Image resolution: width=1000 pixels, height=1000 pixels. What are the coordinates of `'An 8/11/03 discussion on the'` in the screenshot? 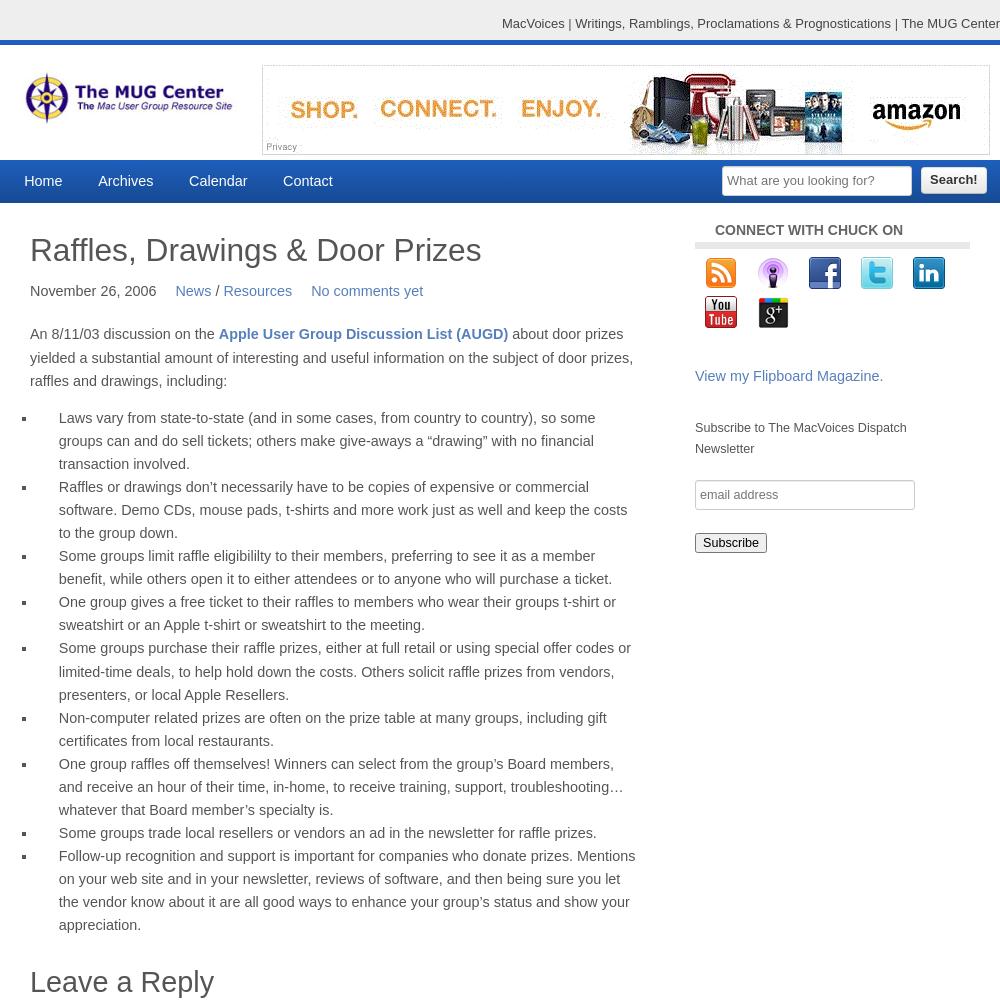 It's located at (123, 333).